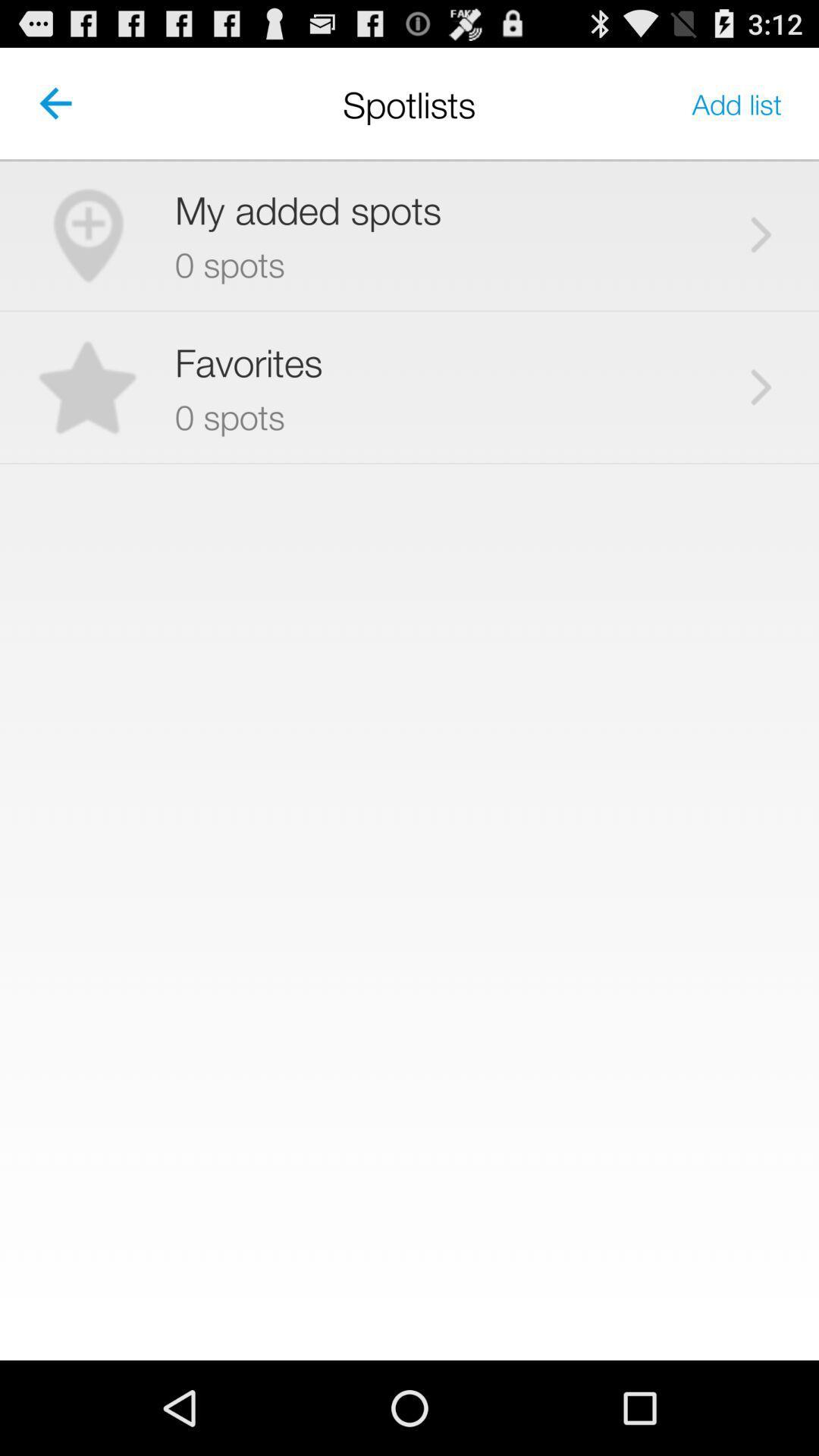 The image size is (819, 1456). What do you see at coordinates (736, 102) in the screenshot?
I see `icon to the right of the spotlists` at bounding box center [736, 102].